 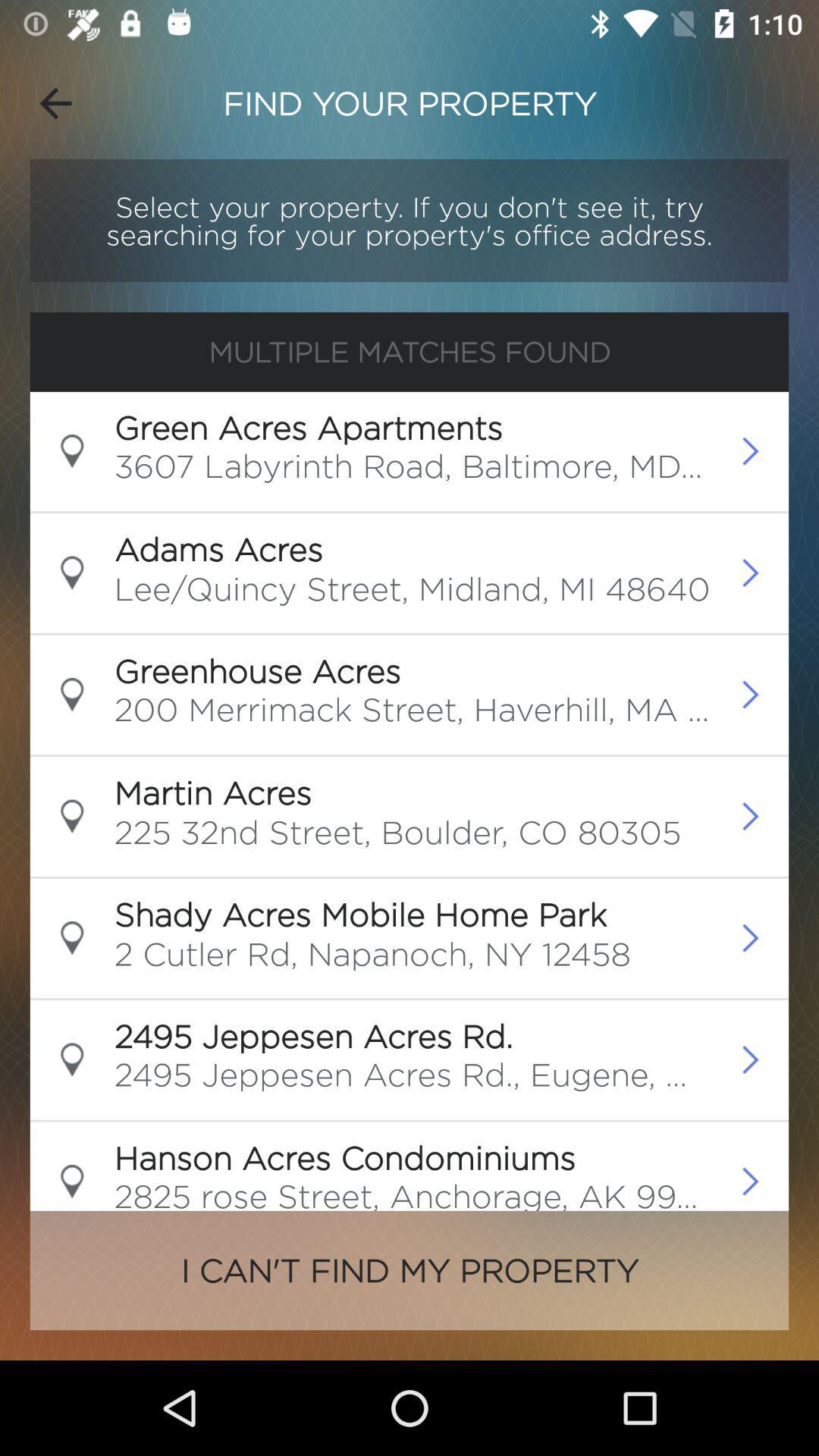 I want to click on the multiple matches found item, so click(x=409, y=351).